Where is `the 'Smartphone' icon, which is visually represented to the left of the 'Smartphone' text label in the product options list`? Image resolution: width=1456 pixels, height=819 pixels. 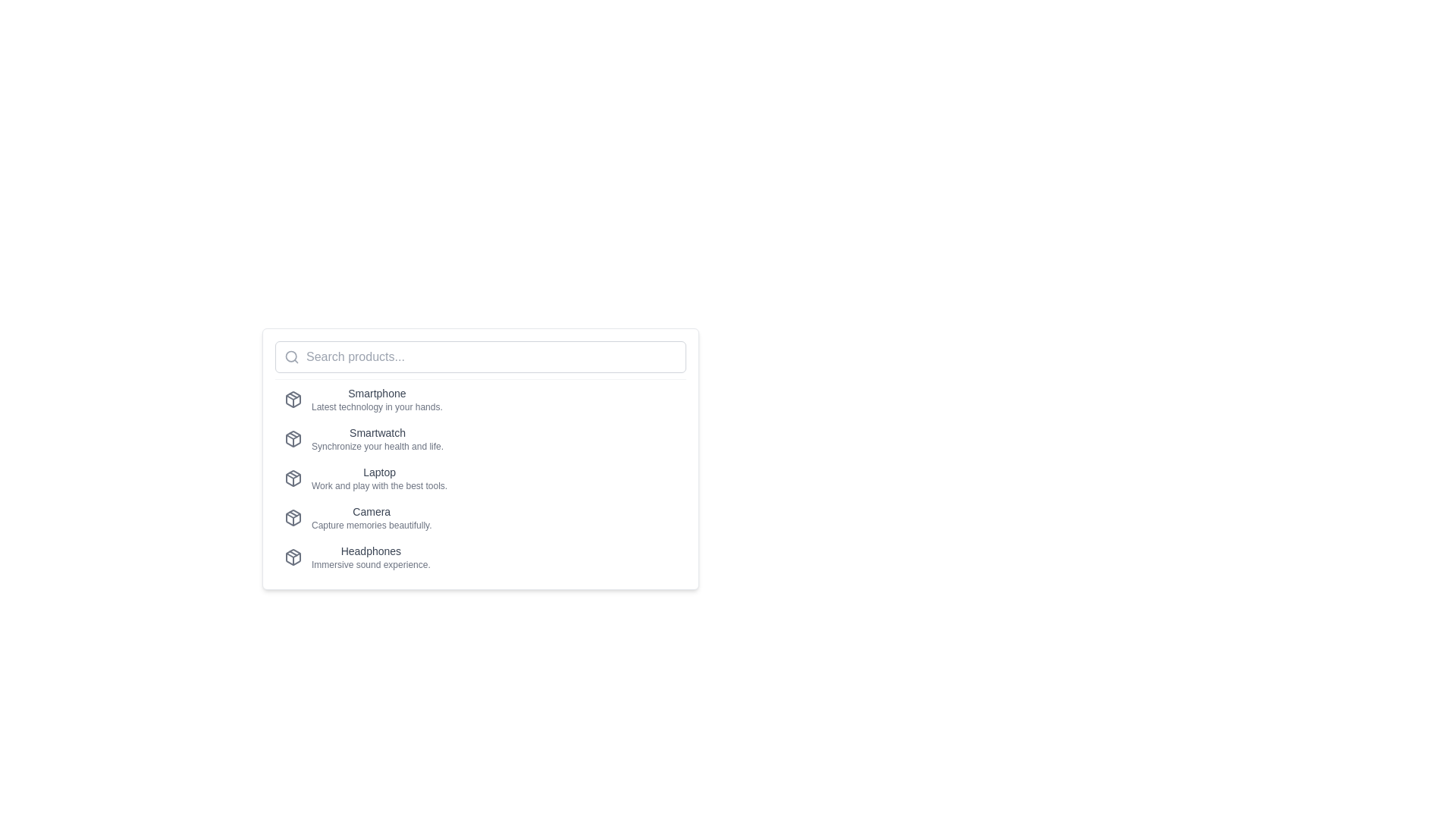
the 'Smartphone' icon, which is visually represented to the left of the 'Smartphone' text label in the product options list is located at coordinates (293, 399).